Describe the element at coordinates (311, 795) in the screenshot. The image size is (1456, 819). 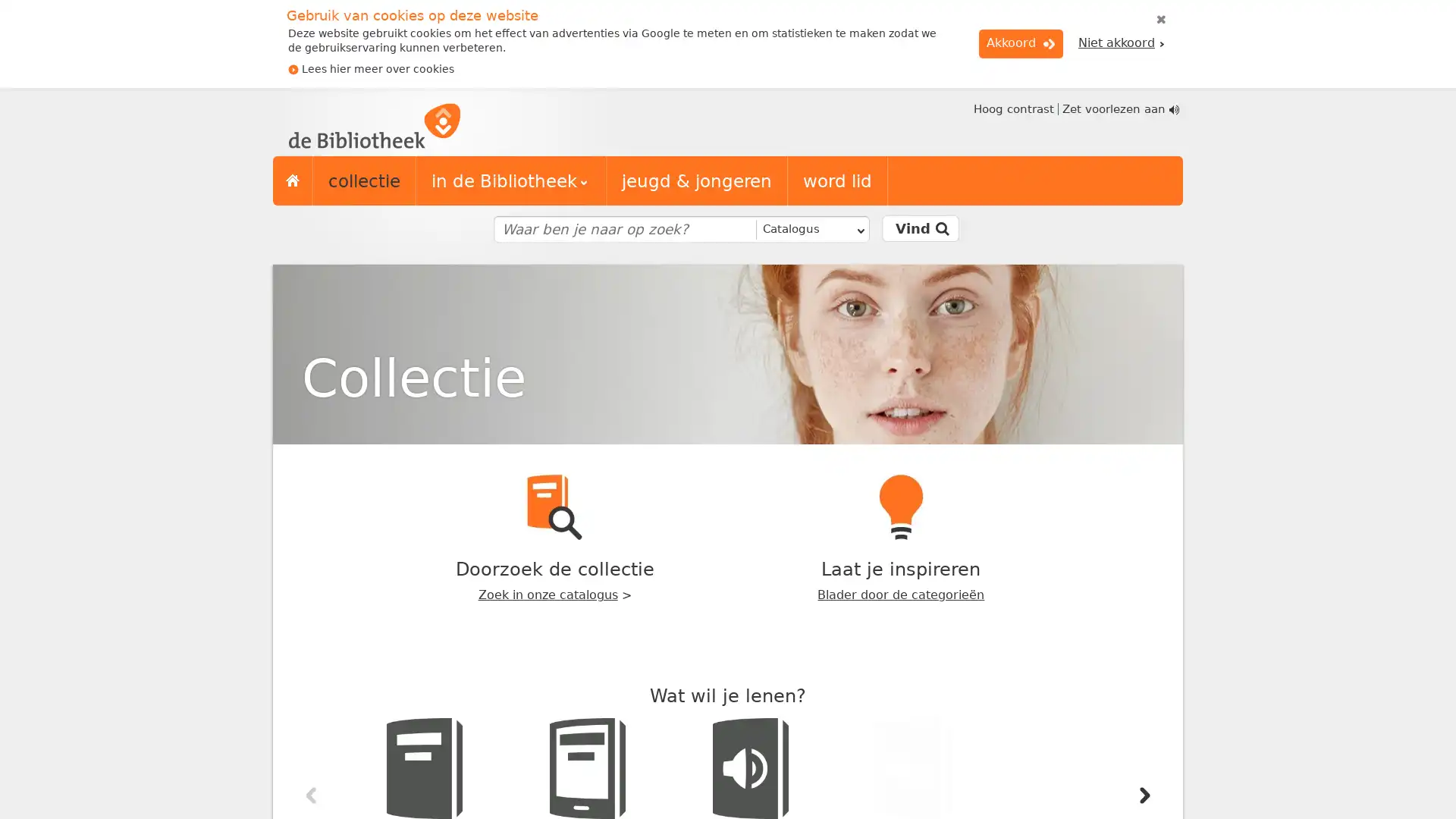
I see `Vorige` at that location.